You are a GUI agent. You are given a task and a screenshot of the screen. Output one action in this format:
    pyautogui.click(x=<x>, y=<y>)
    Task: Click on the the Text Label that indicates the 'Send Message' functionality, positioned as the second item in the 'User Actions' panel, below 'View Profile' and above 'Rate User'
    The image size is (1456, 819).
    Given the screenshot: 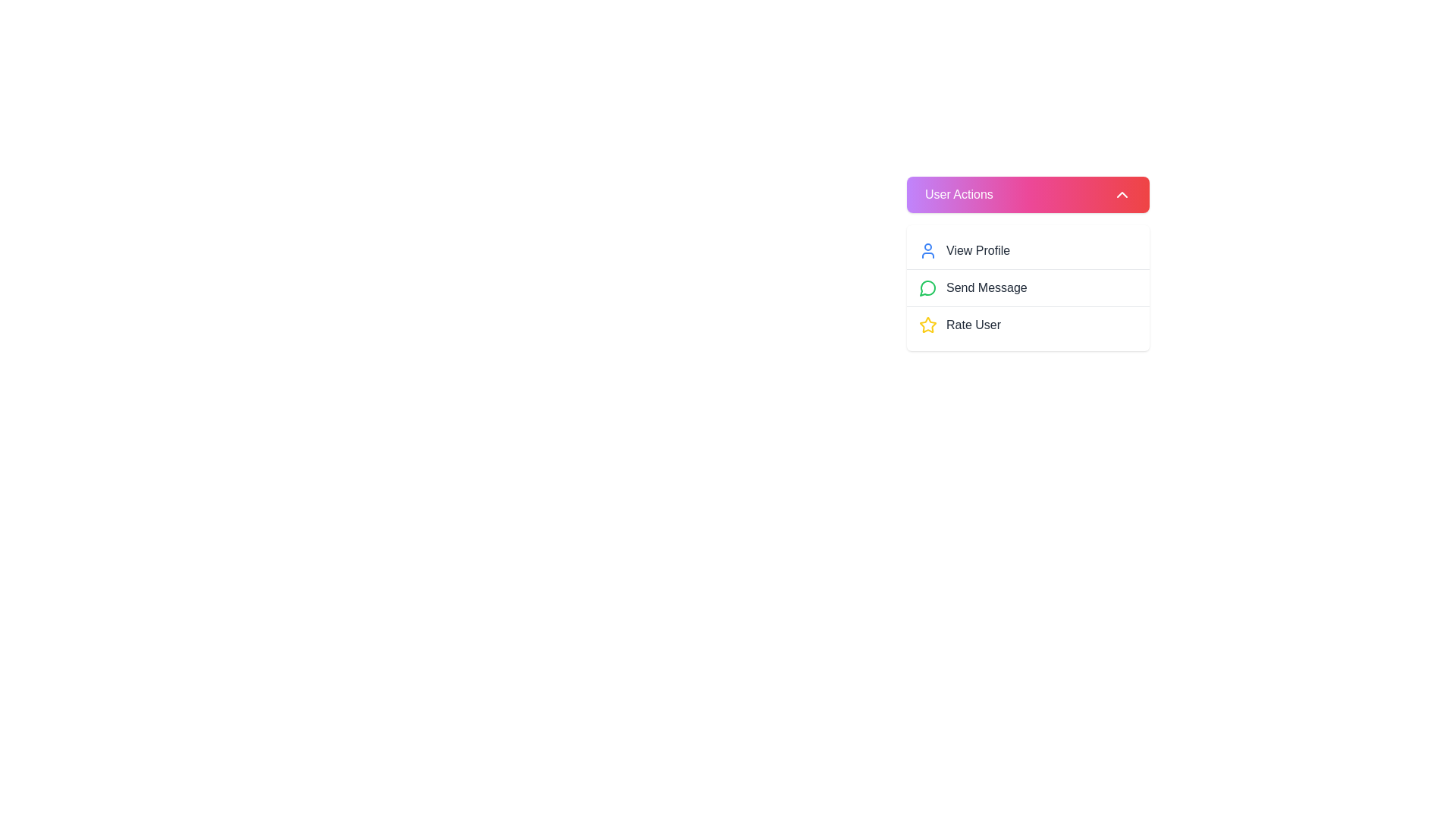 What is the action you would take?
    pyautogui.click(x=987, y=288)
    